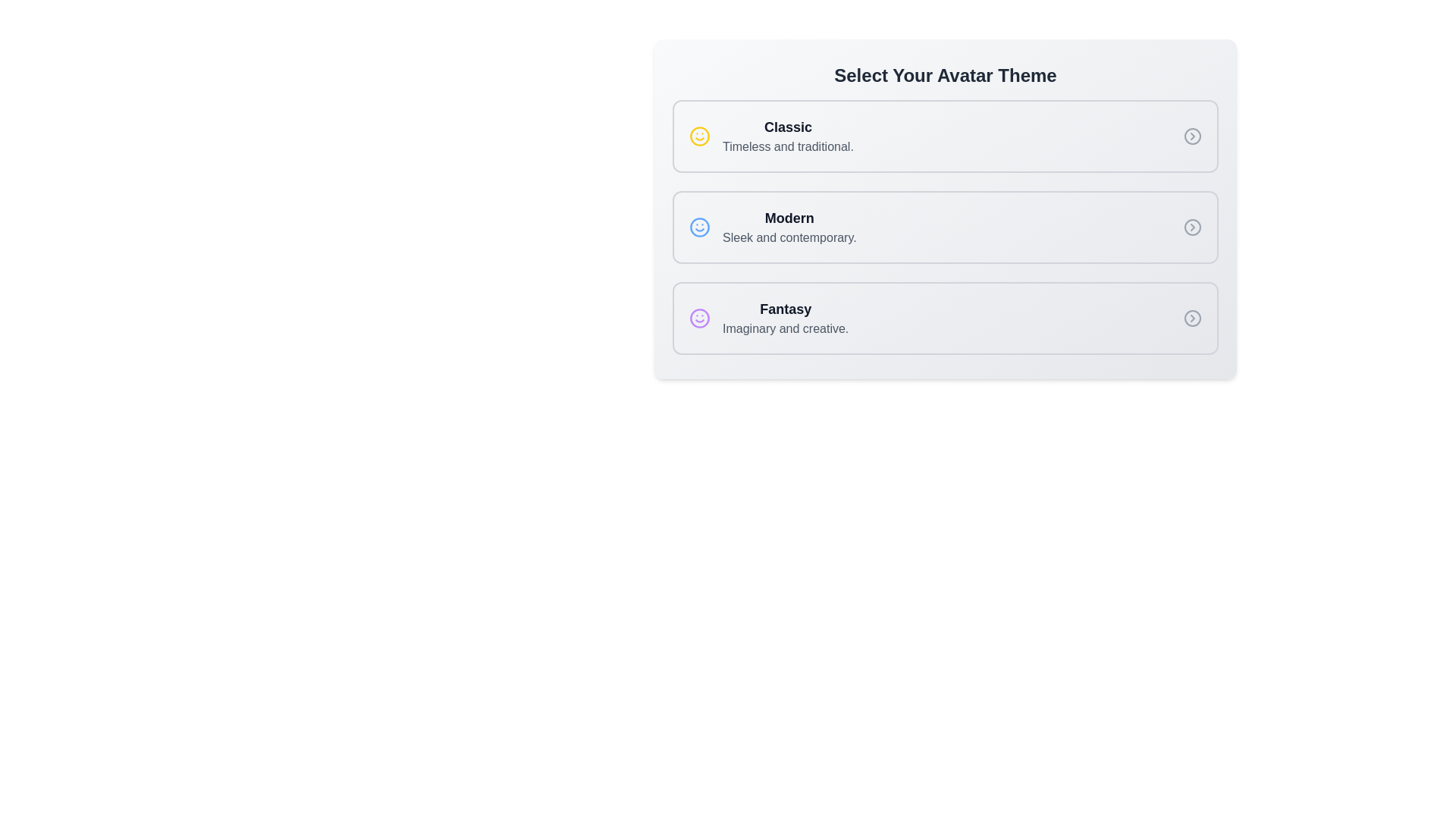 The width and height of the screenshot is (1456, 819). Describe the element at coordinates (786, 309) in the screenshot. I see `the Text Label that serves as the title of the 'Fantasy' section, which is positioned at the bottom of a vertical list of options, just above the descriptive text 'Imaginary and creative.'` at that location.